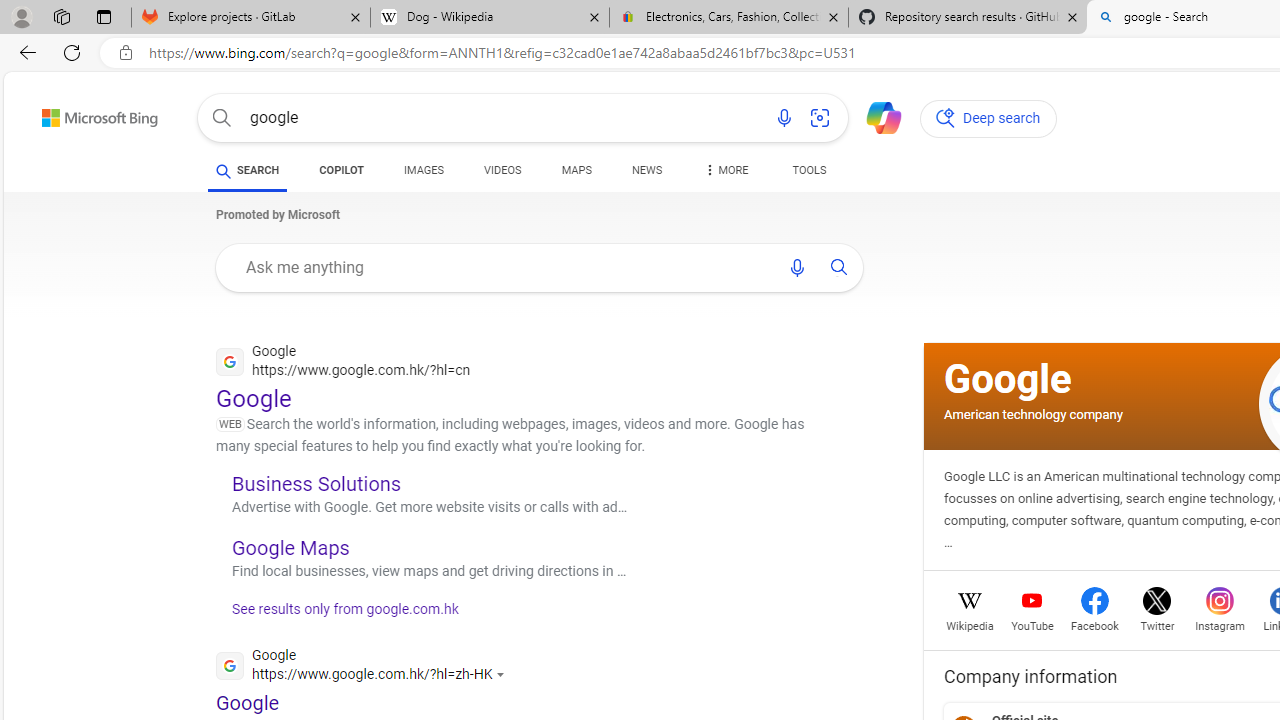 The image size is (1280, 720). What do you see at coordinates (808, 170) in the screenshot?
I see `'TOOLS'` at bounding box center [808, 170].